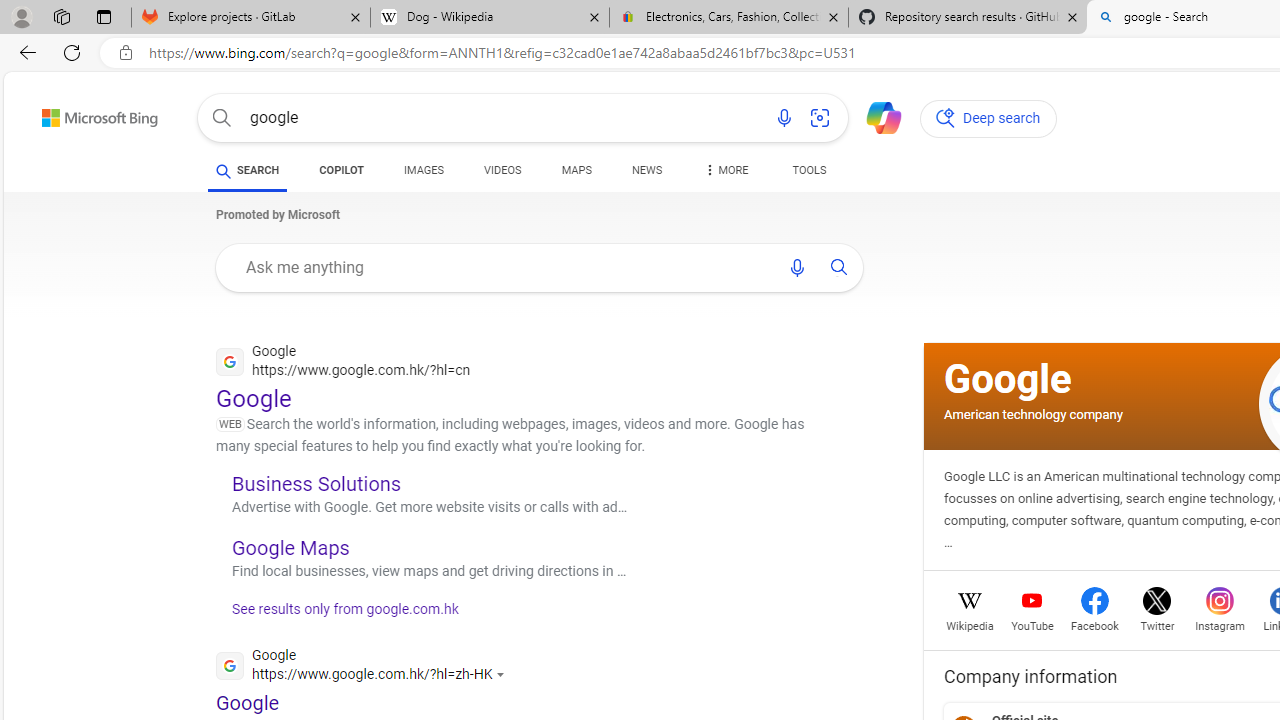 The image size is (1280, 720). What do you see at coordinates (808, 170) in the screenshot?
I see `'TOOLS'` at bounding box center [808, 170].